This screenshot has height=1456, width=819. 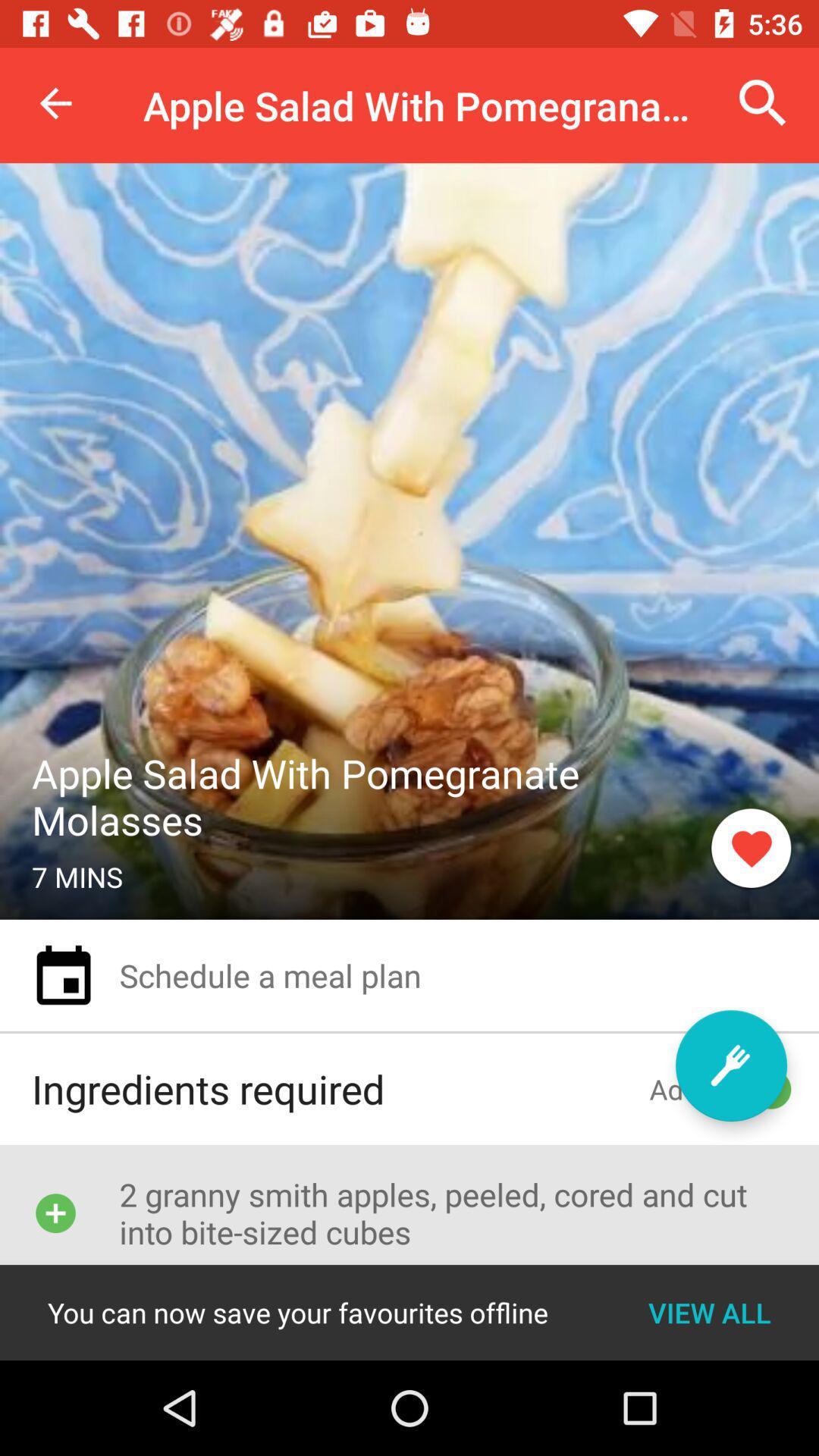 What do you see at coordinates (730, 1065) in the screenshot?
I see `the edit icon` at bounding box center [730, 1065].